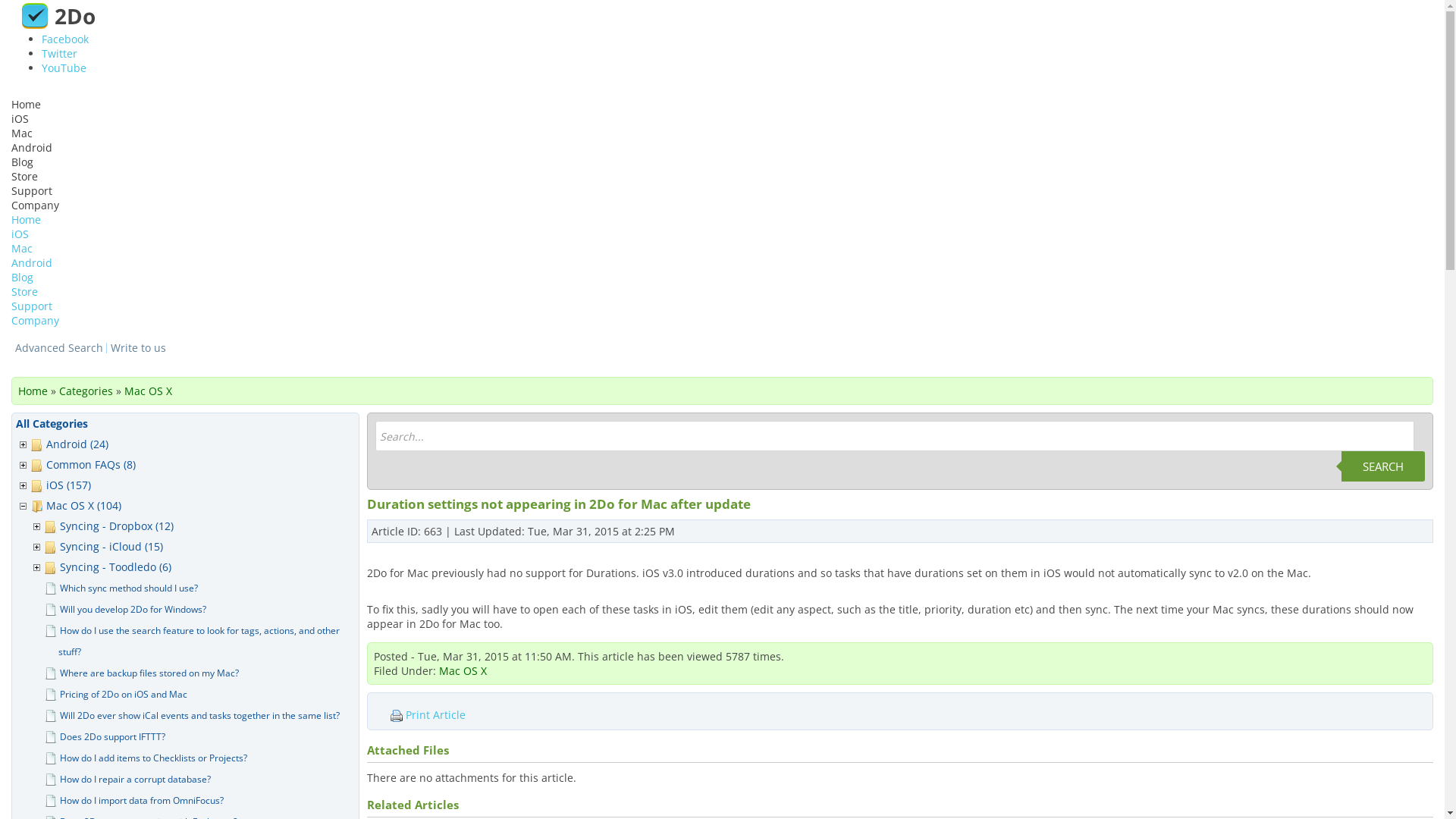  I want to click on '2Do', so click(55, 14).